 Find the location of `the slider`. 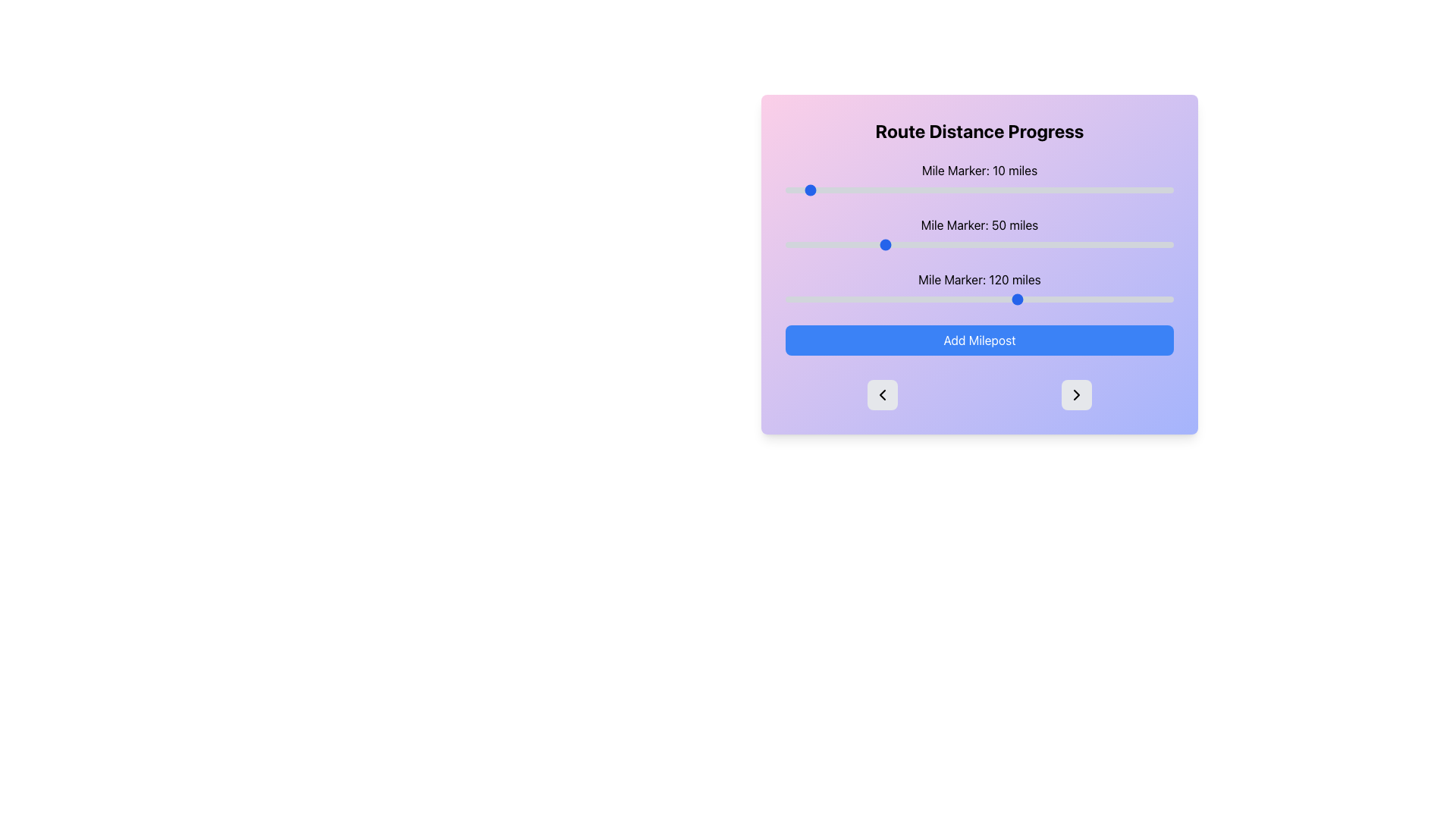

the slider is located at coordinates (1106, 189).